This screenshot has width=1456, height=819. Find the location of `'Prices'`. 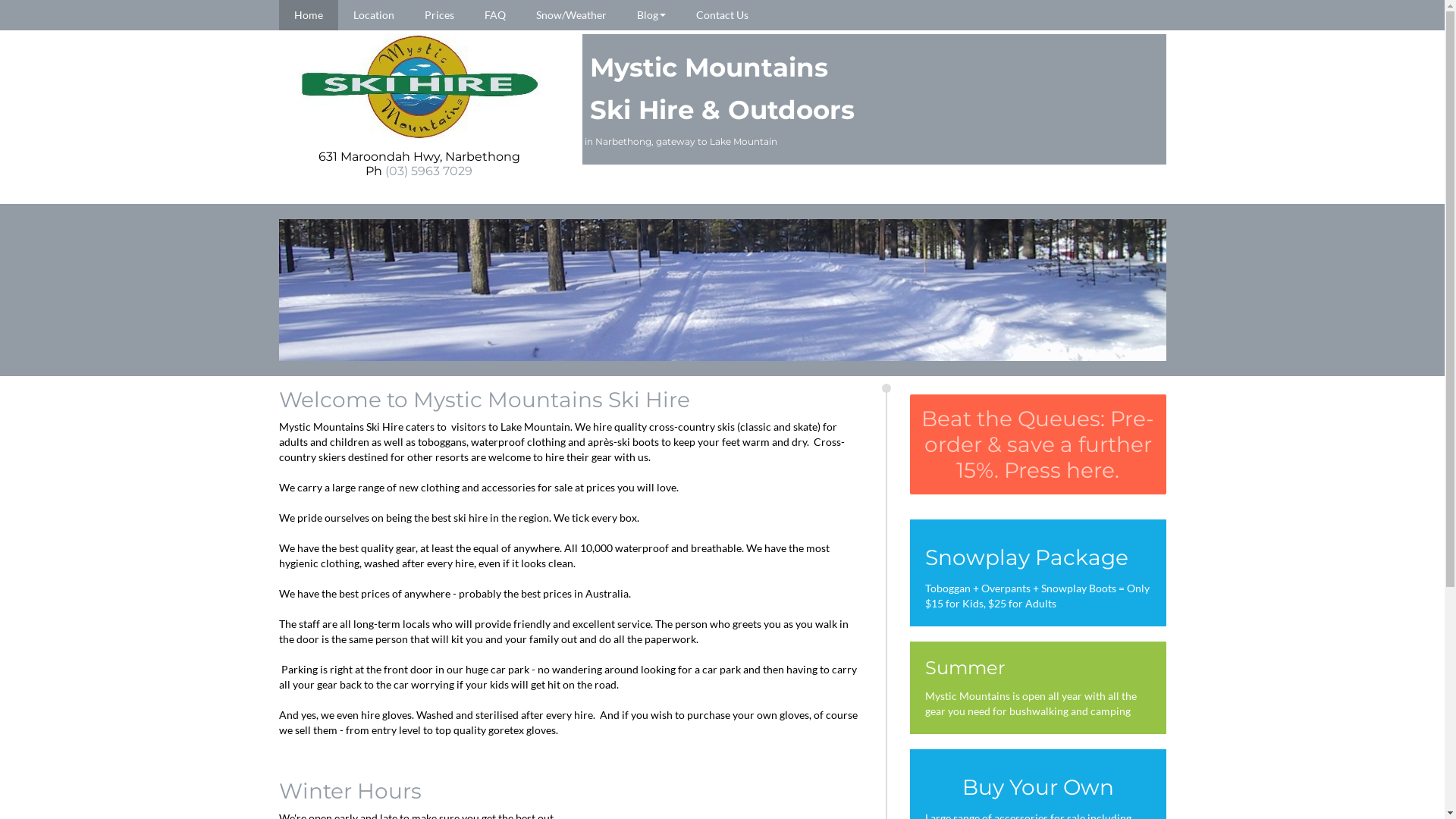

'Prices' is located at coordinates (438, 14).